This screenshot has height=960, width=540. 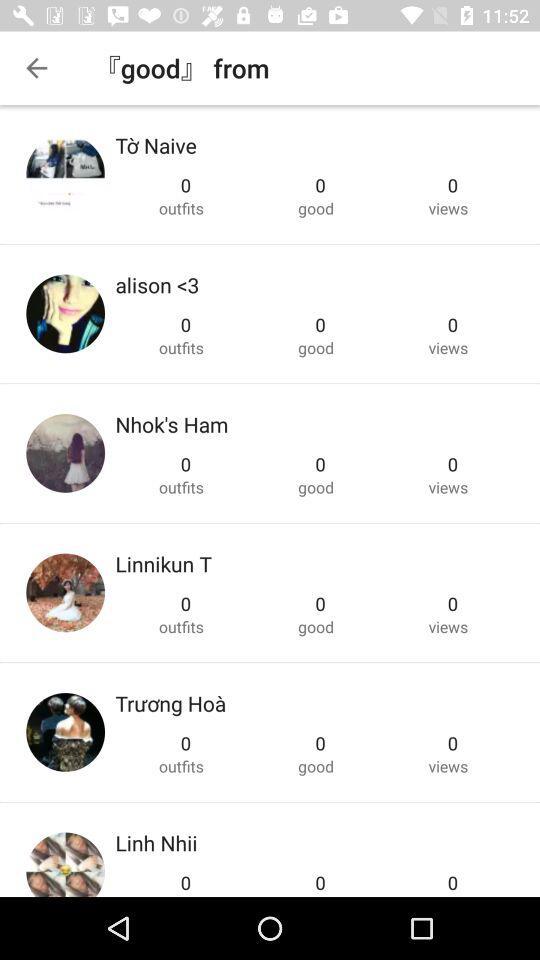 I want to click on the item below the outfits item, so click(x=171, y=424).